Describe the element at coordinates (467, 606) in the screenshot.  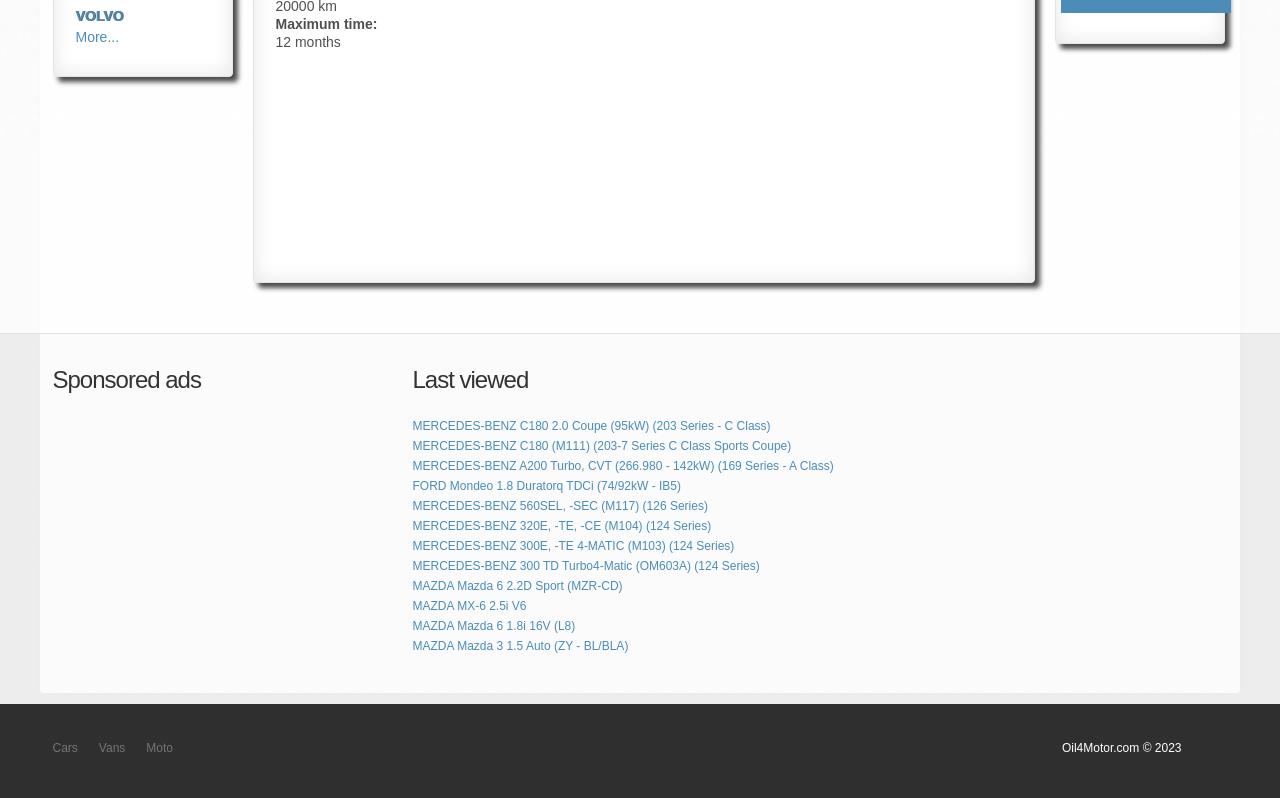
I see `'MAZDA MX-6 2.5i V6'` at that location.